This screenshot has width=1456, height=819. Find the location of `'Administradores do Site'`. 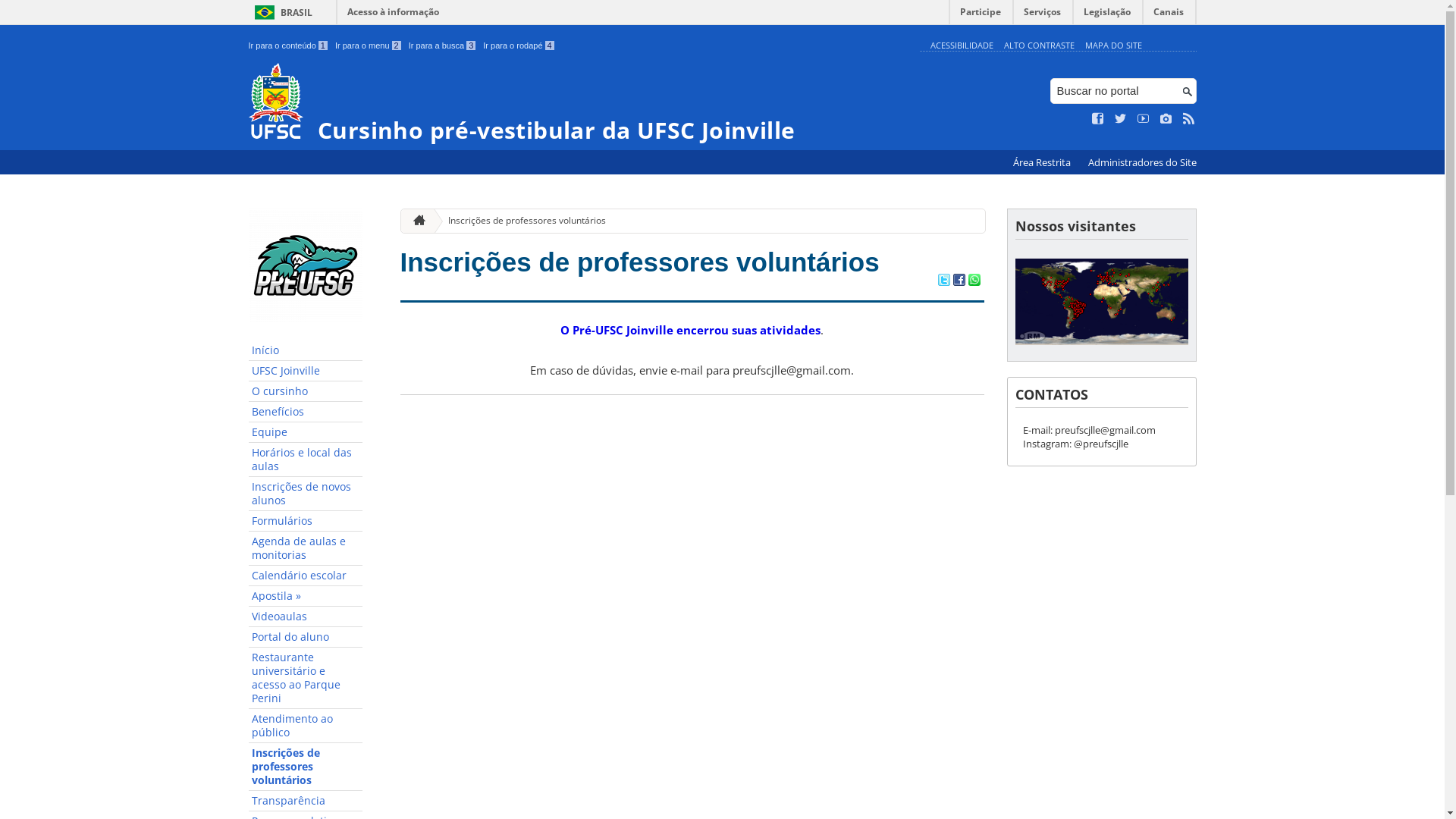

'Administradores do Site' is located at coordinates (1141, 162).